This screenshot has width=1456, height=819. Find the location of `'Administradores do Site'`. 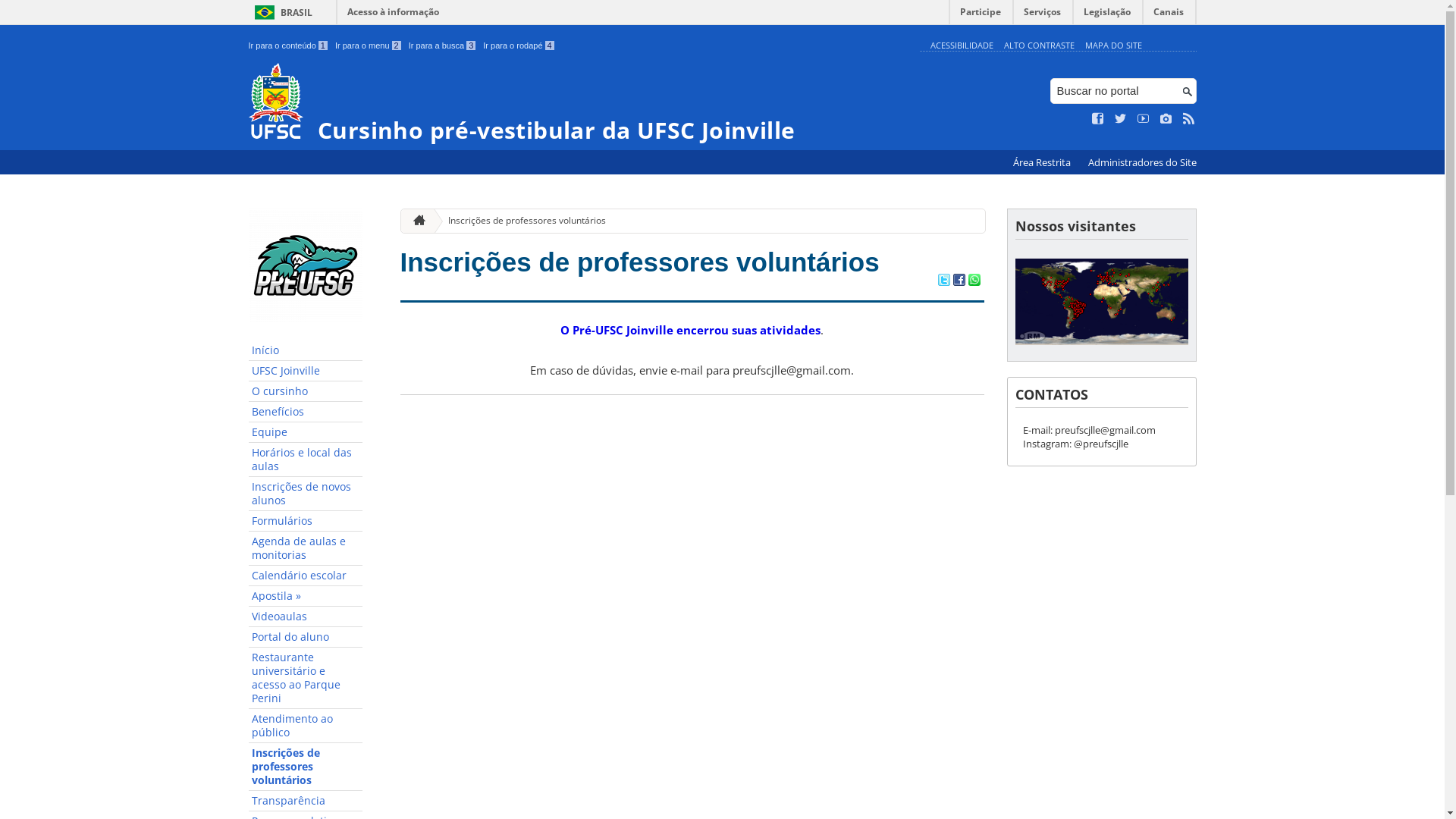

'Administradores do Site' is located at coordinates (1141, 162).